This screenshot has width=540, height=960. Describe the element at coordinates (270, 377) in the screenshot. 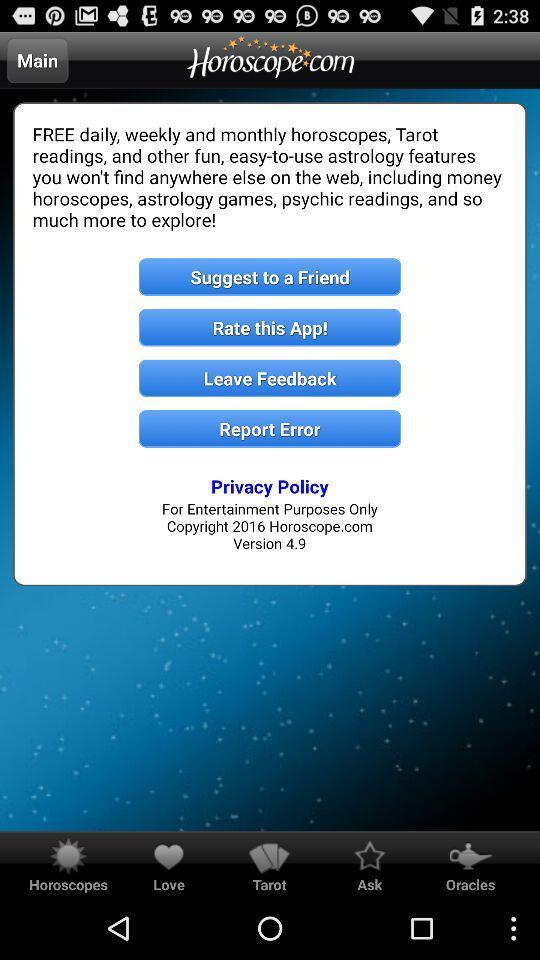

I see `the leave feedback item` at that location.